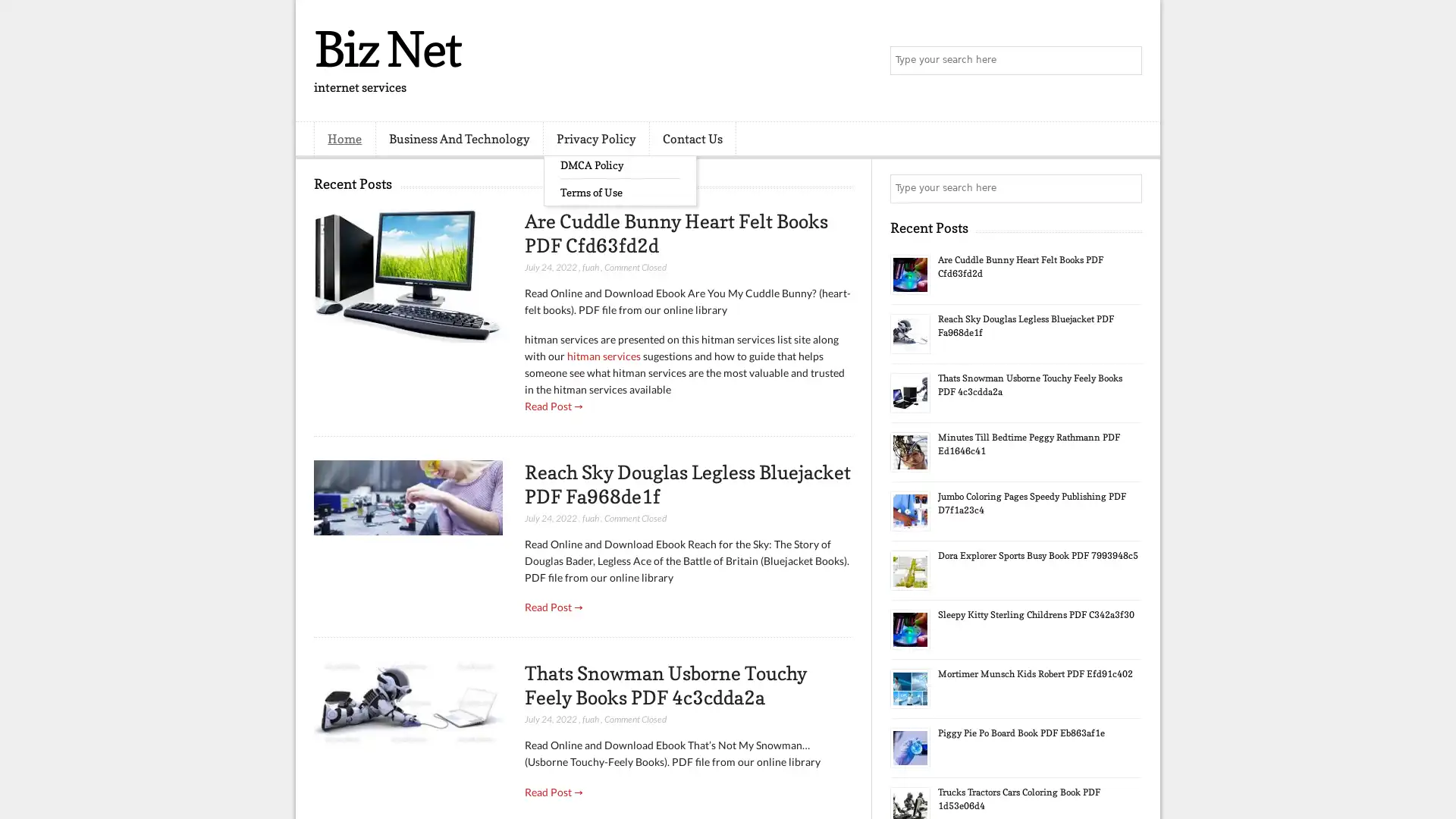 This screenshot has height=819, width=1456. Describe the element at coordinates (1126, 188) in the screenshot. I see `Search` at that location.